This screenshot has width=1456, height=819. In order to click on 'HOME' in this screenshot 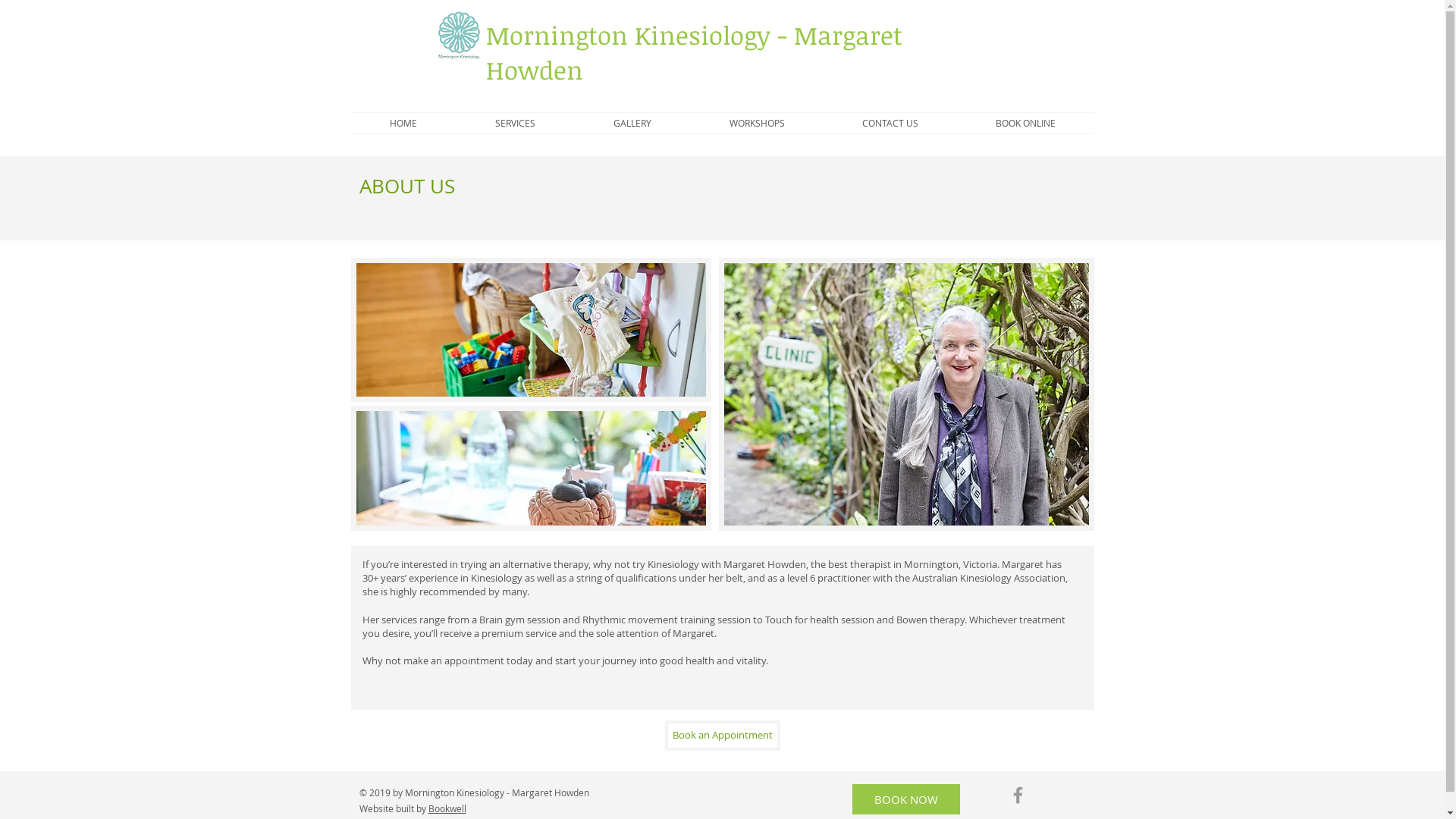, I will do `click(403, 122)`.